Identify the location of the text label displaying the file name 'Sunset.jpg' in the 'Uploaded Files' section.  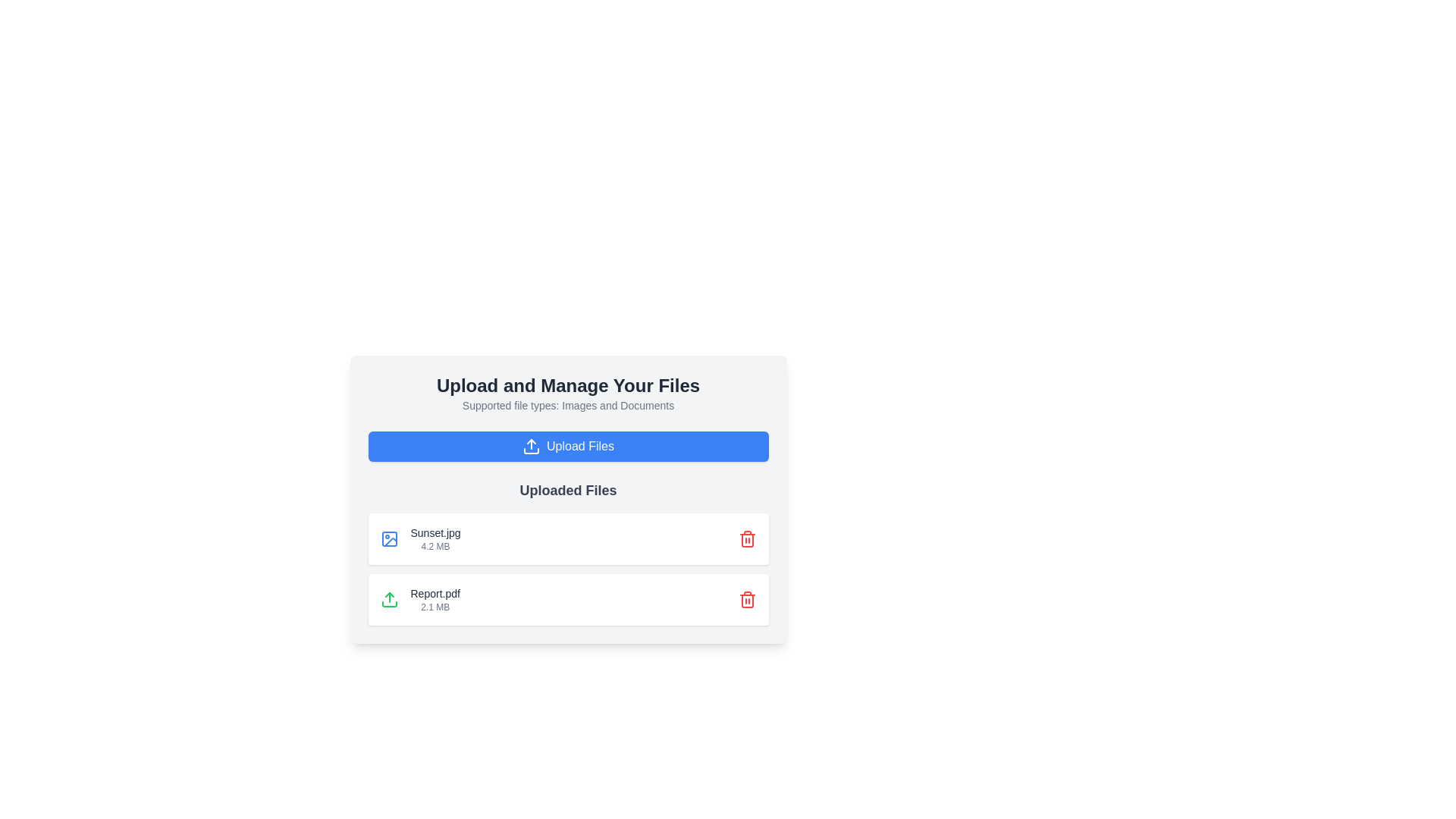
(435, 532).